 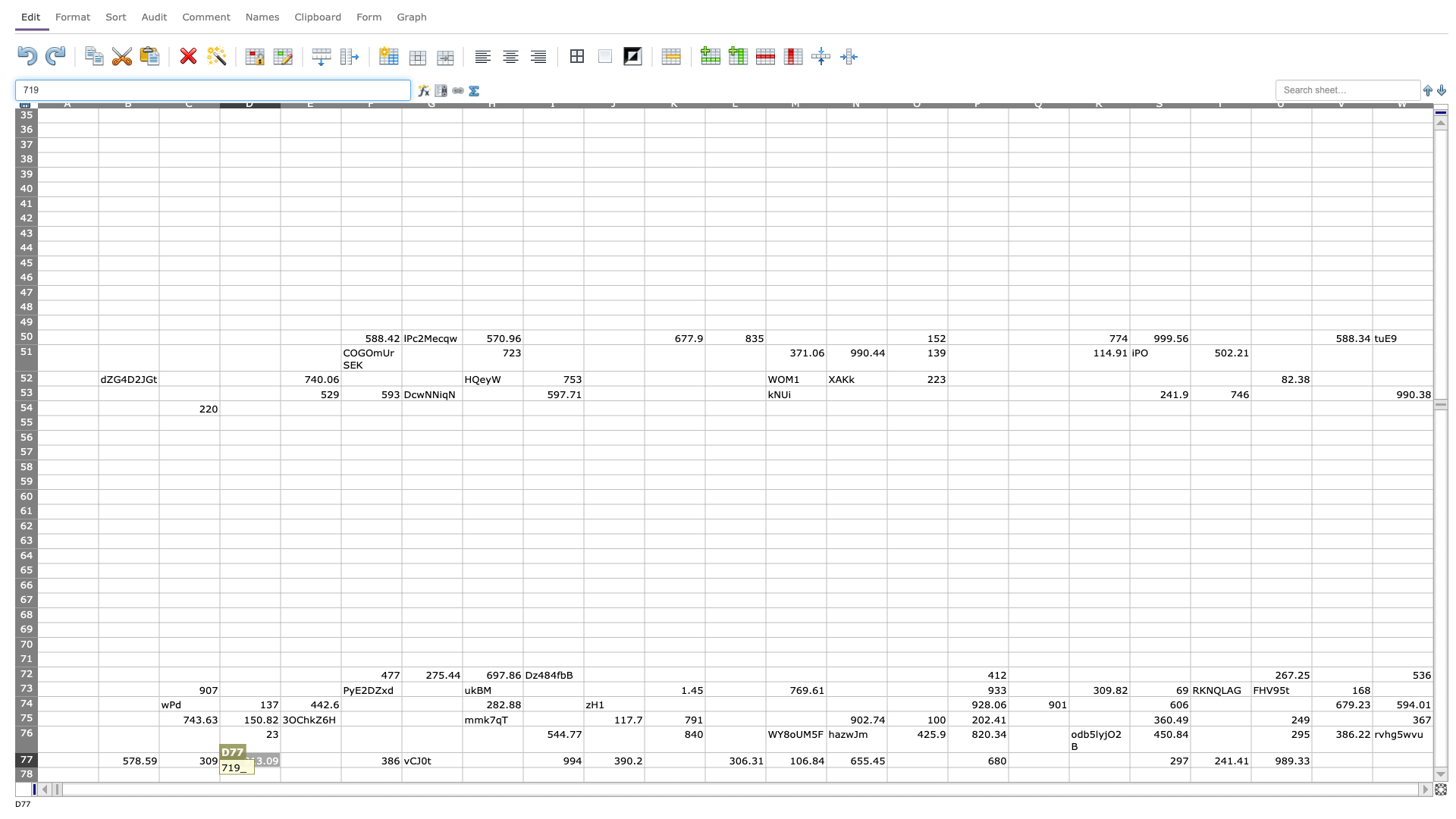 I want to click on Top left corner of F-78, so click(x=340, y=767).